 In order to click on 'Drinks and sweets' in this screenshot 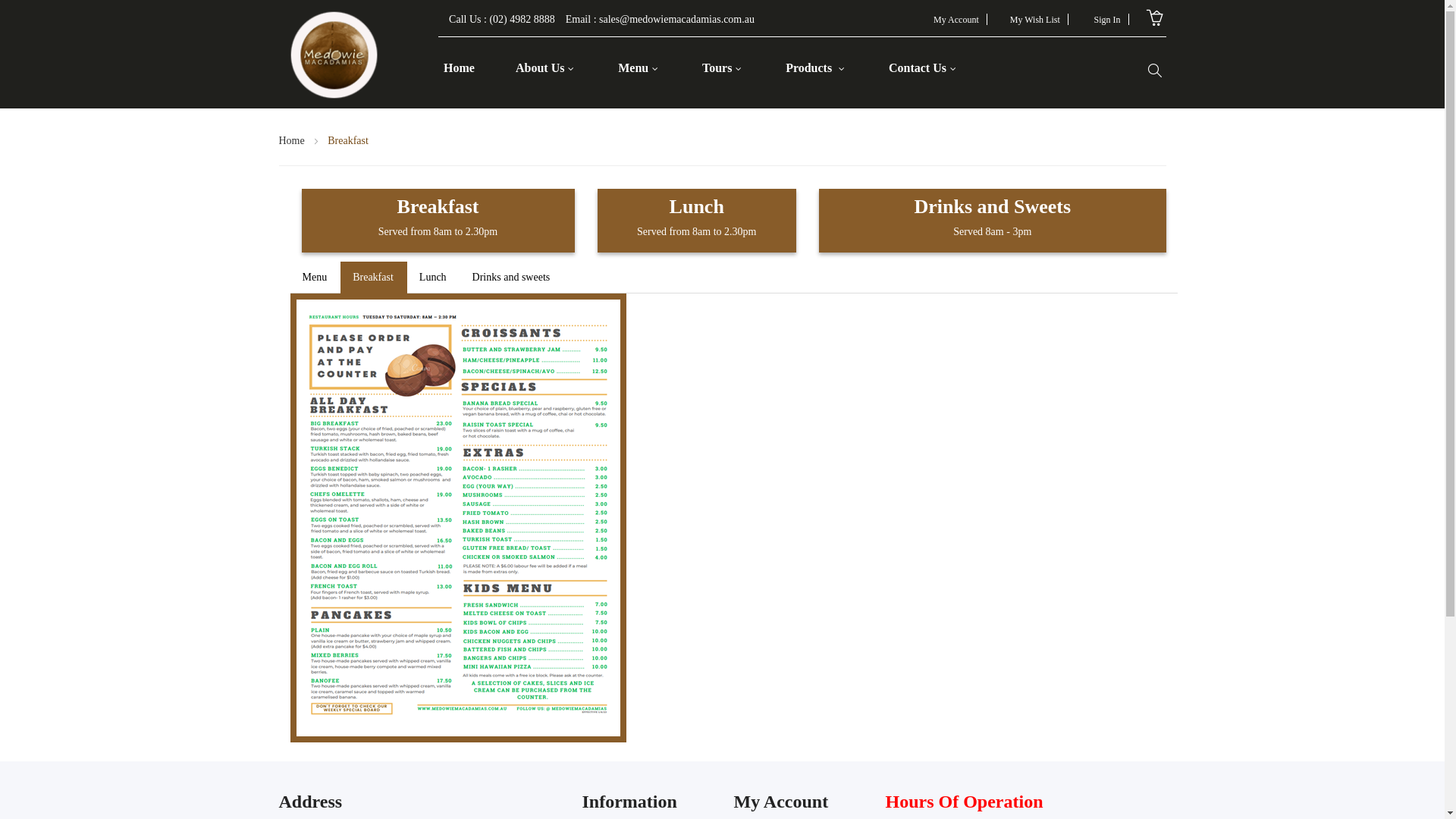, I will do `click(459, 278)`.